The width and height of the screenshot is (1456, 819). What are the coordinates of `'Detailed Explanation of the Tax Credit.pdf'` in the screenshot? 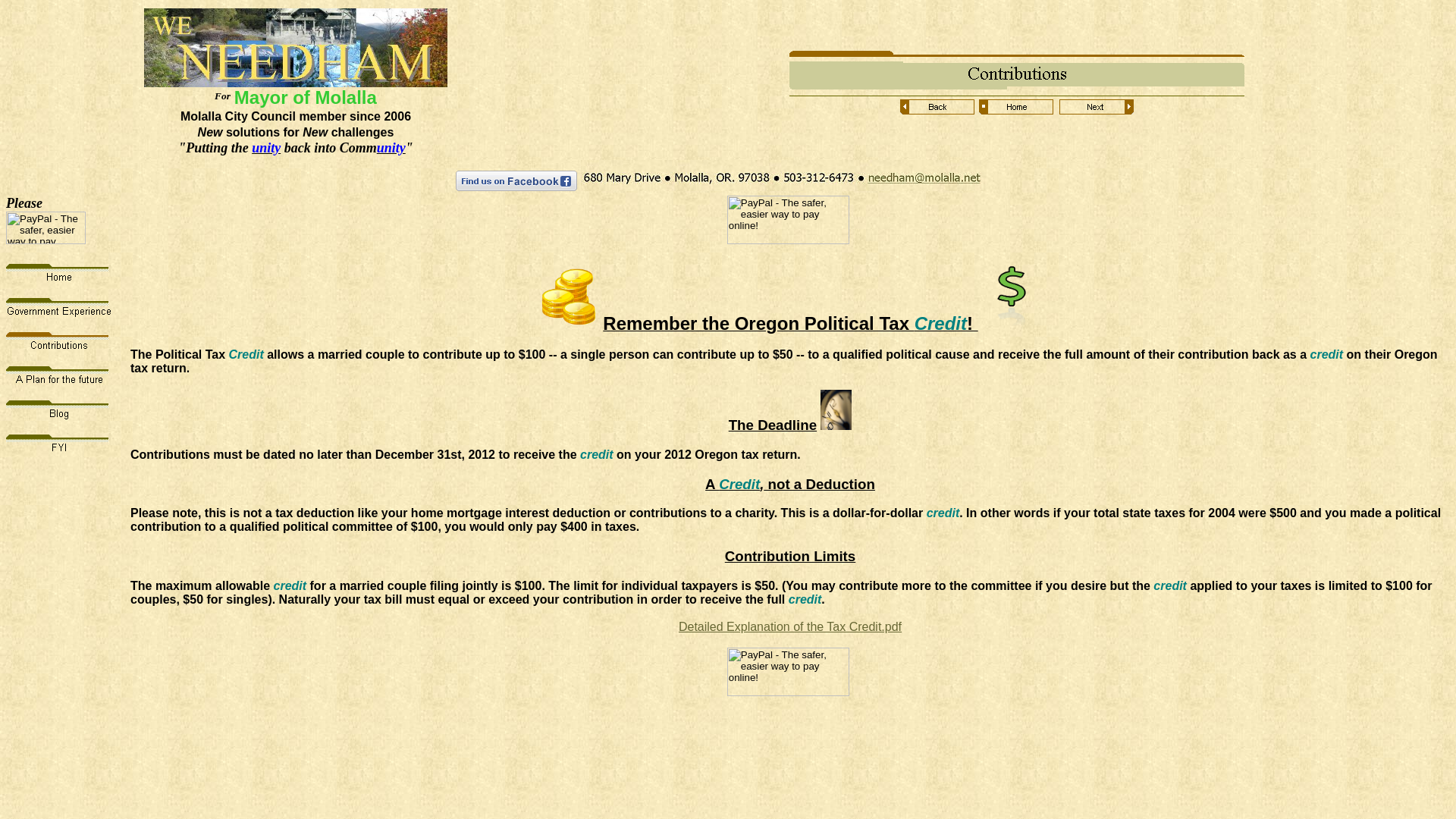 It's located at (789, 626).